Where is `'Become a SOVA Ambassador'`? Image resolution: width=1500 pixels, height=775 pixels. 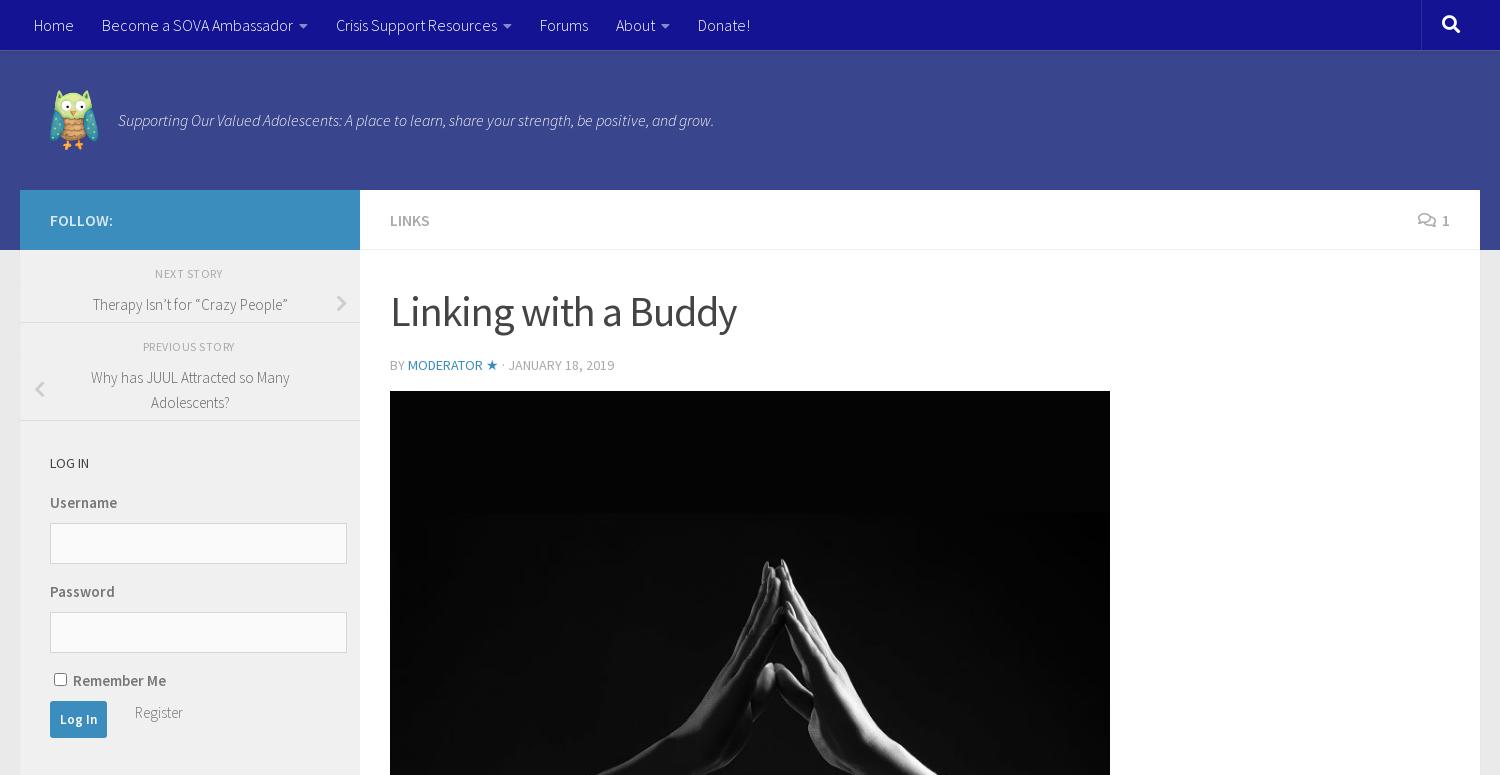 'Become a SOVA Ambassador' is located at coordinates (196, 25).